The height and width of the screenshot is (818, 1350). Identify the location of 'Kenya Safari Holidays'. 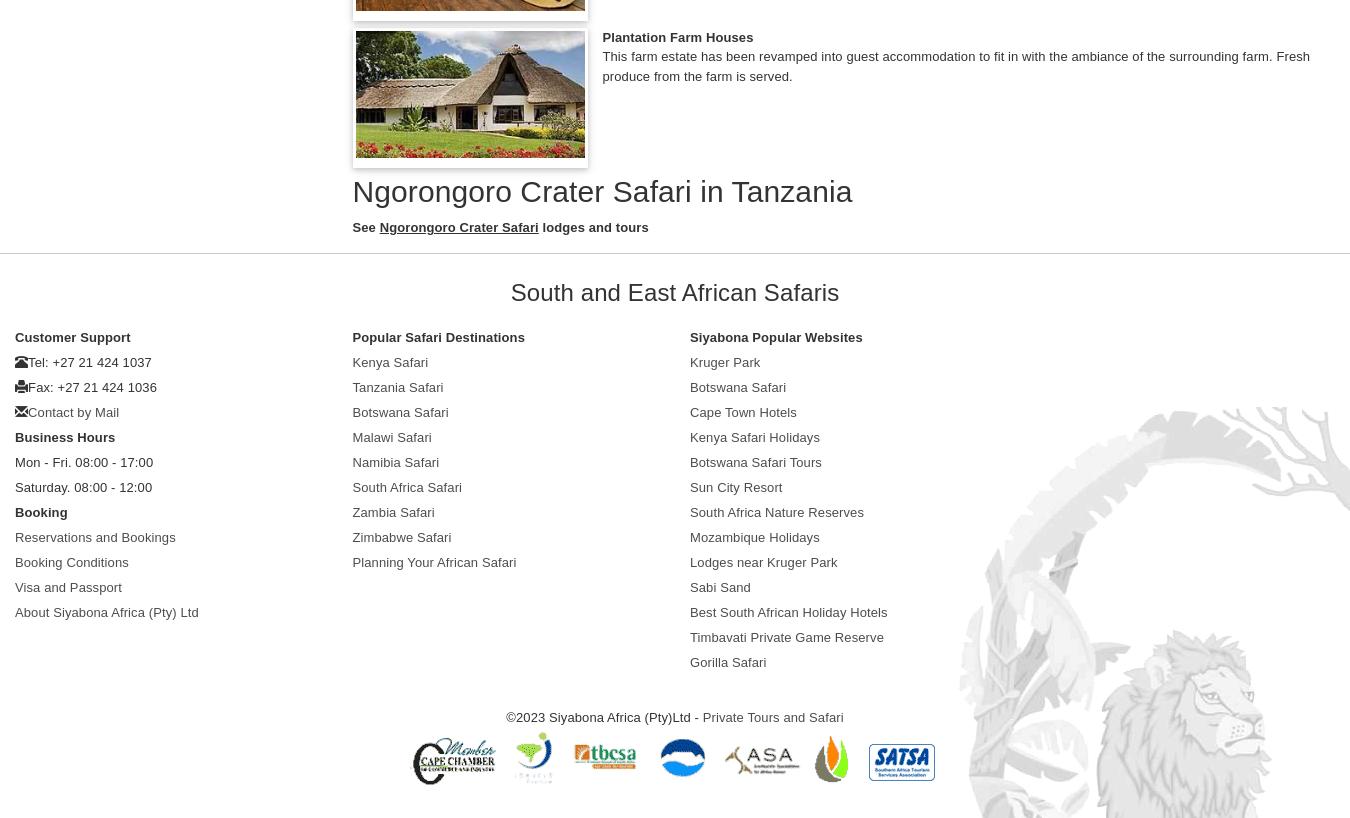
(754, 436).